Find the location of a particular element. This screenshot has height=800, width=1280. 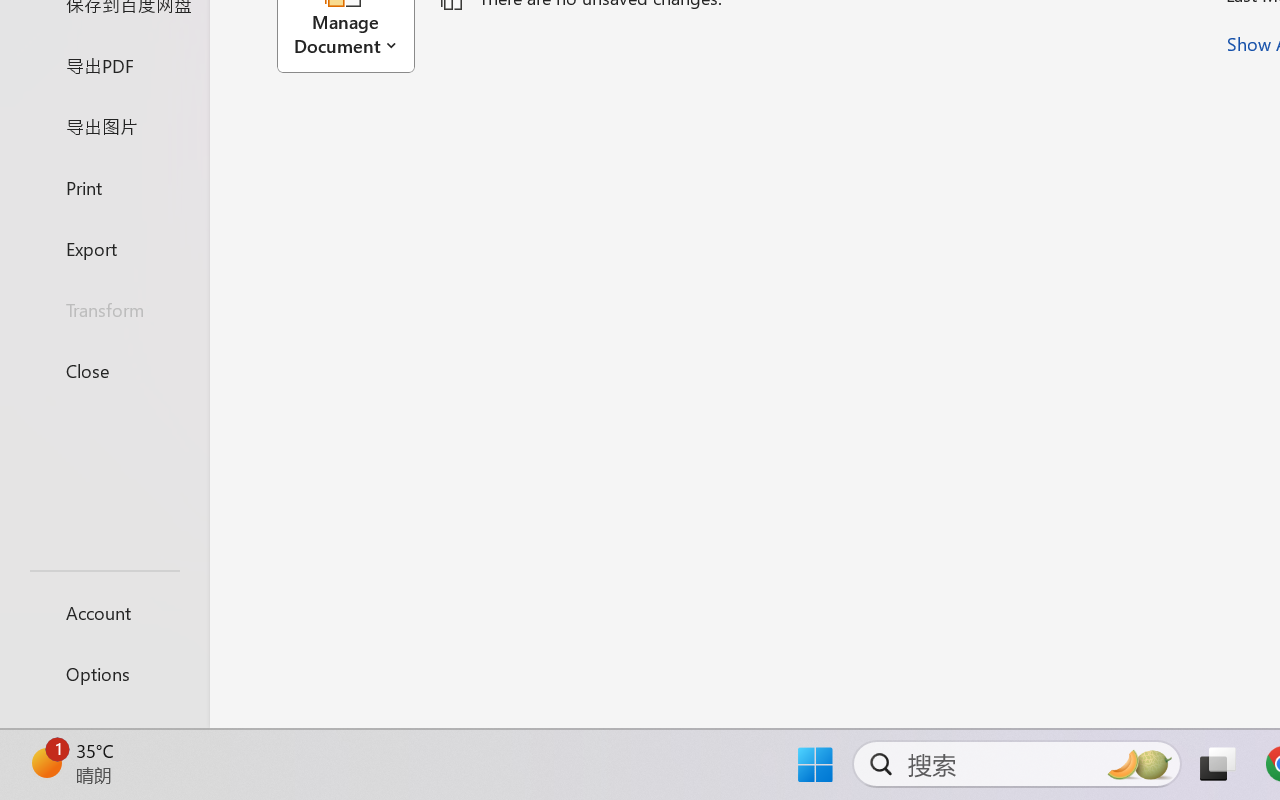

'Options' is located at coordinates (103, 673).